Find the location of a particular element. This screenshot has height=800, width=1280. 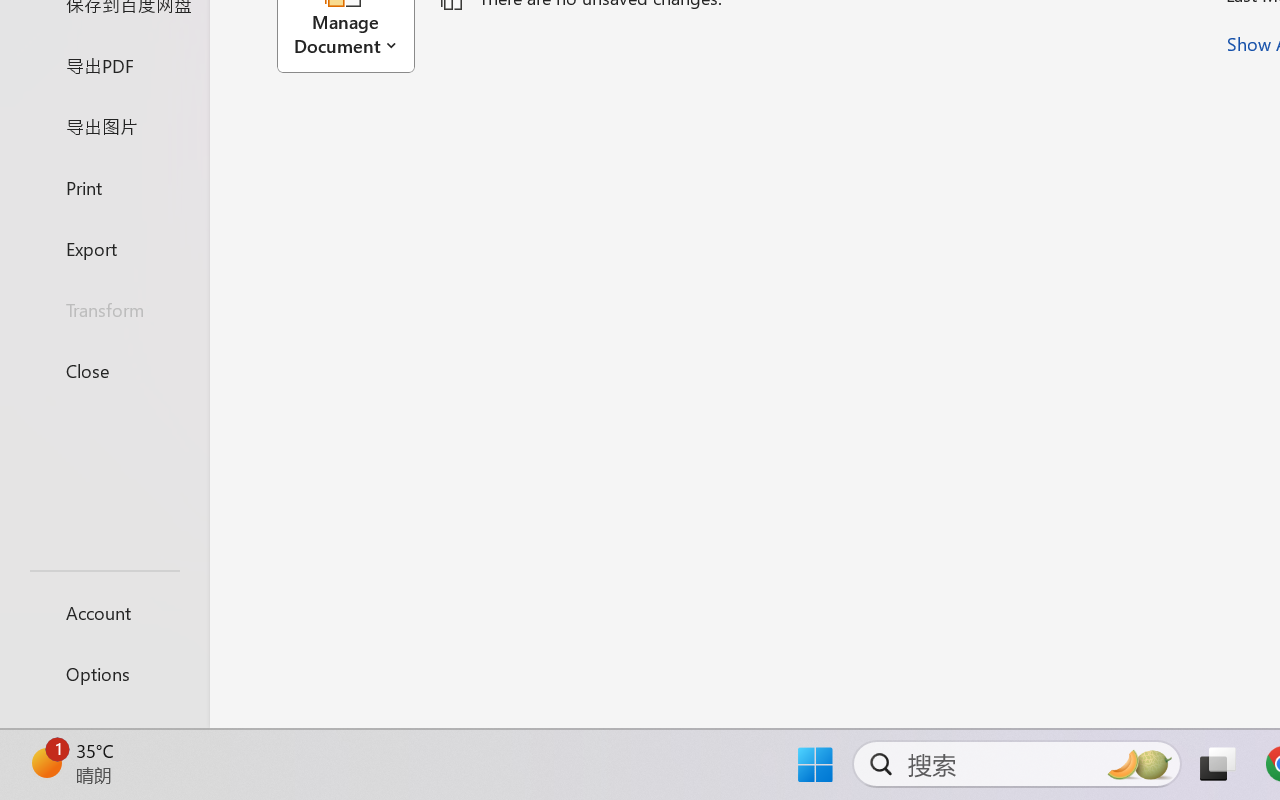

'Options' is located at coordinates (103, 673).